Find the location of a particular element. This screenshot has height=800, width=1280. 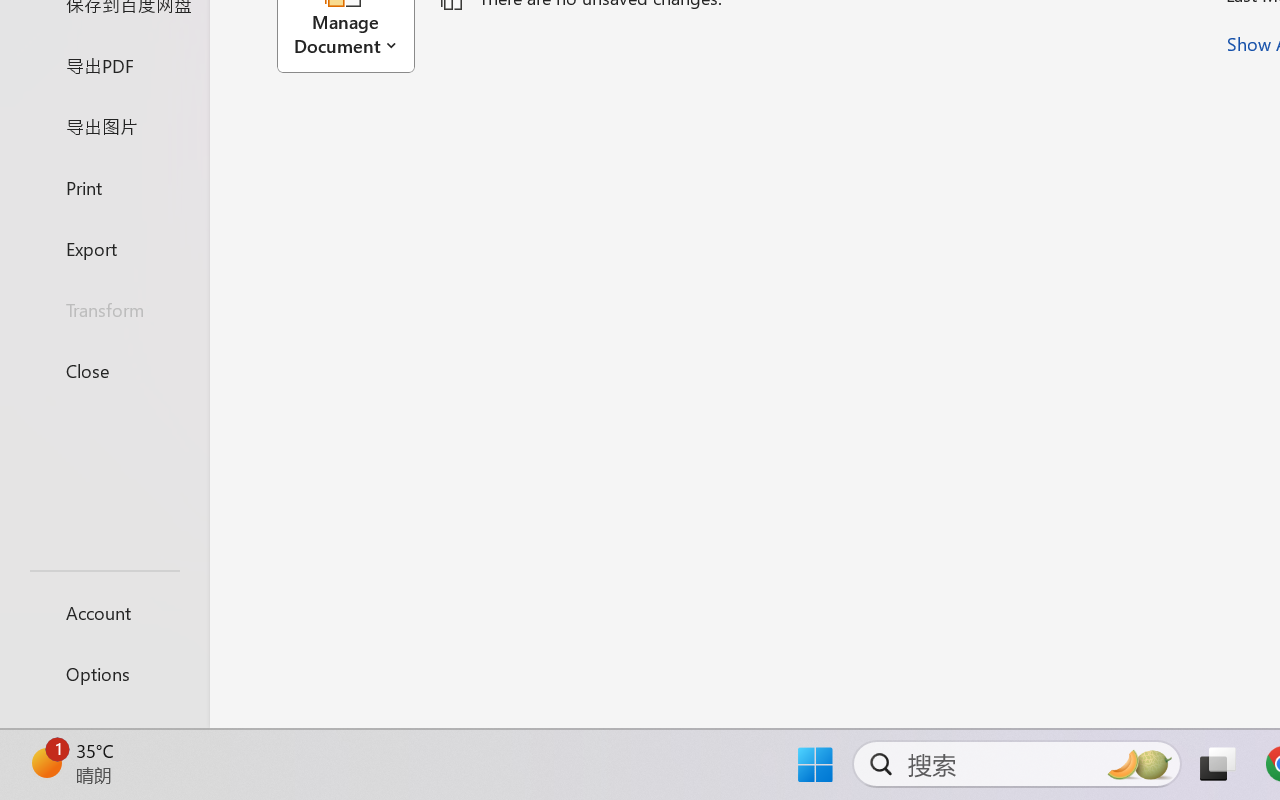

'Options' is located at coordinates (103, 673).